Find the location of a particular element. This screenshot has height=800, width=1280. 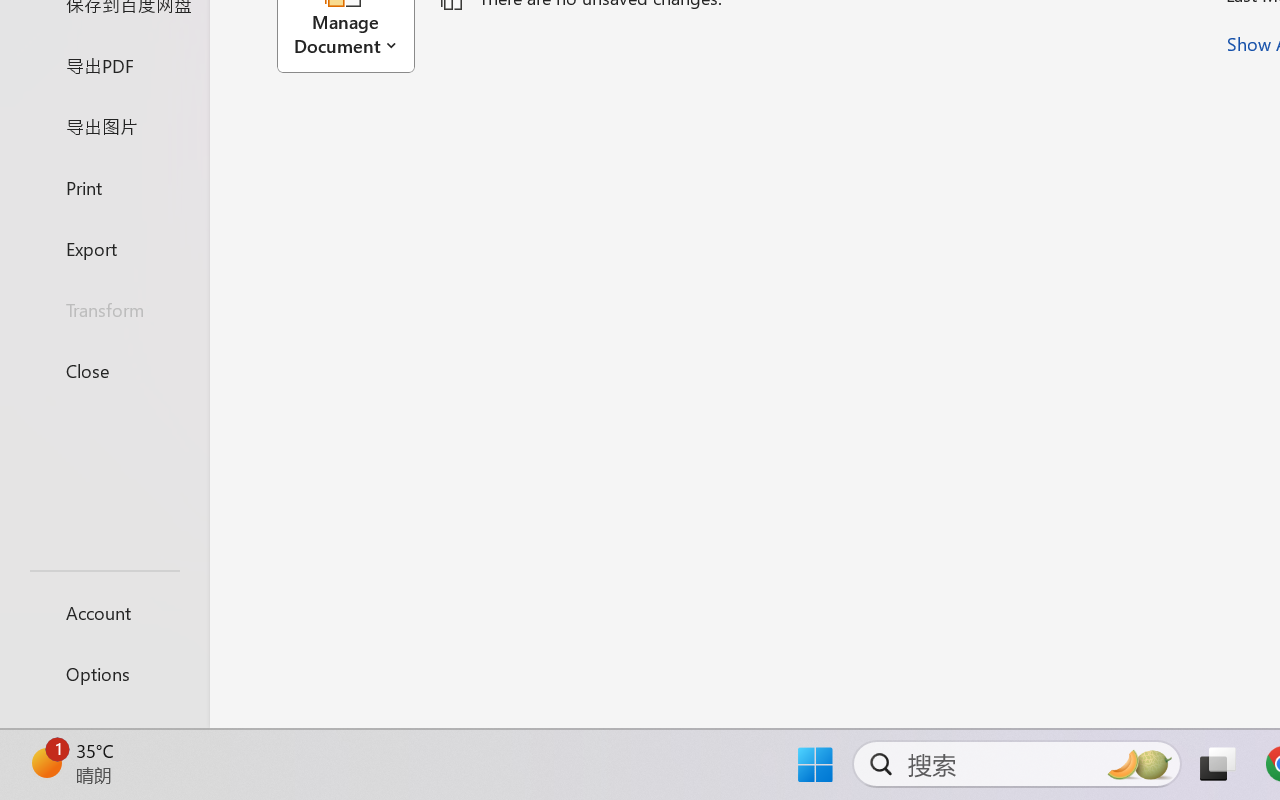

'Options' is located at coordinates (103, 673).